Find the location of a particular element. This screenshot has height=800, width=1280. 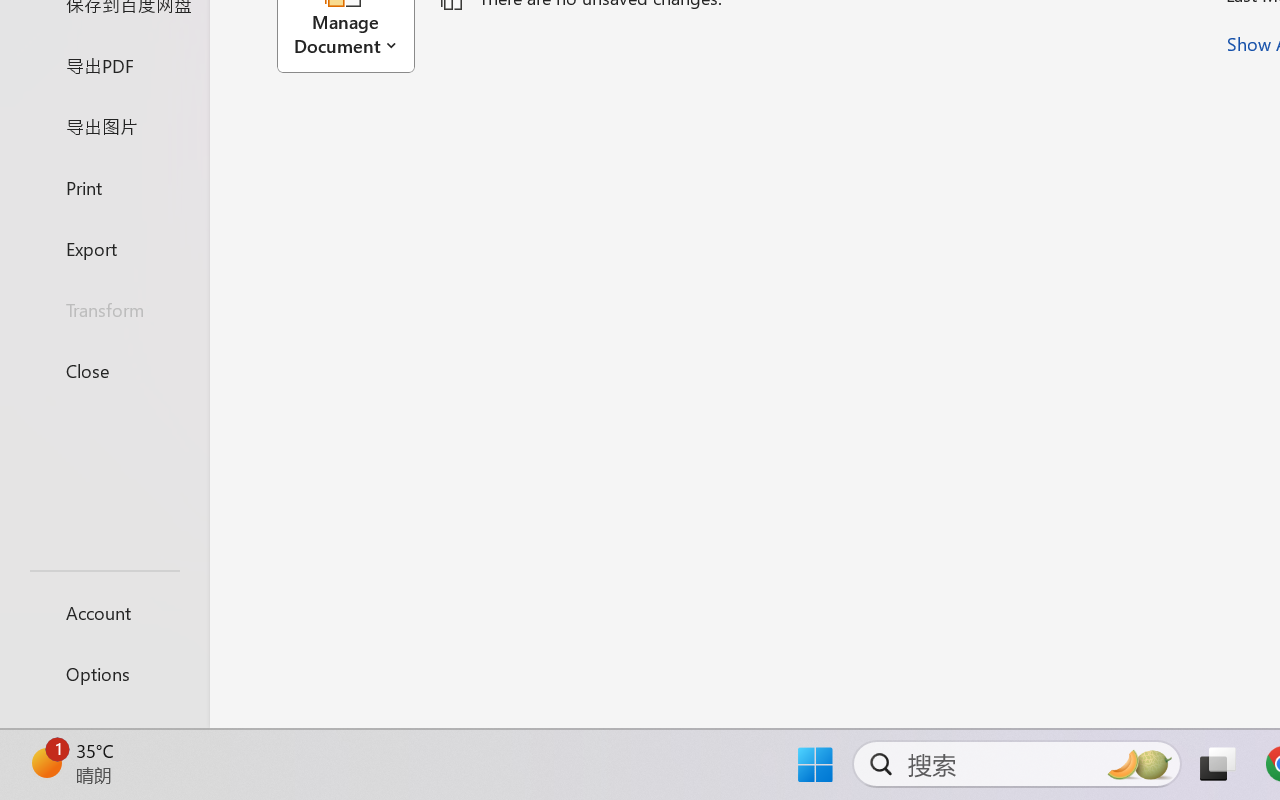

'Options' is located at coordinates (103, 673).